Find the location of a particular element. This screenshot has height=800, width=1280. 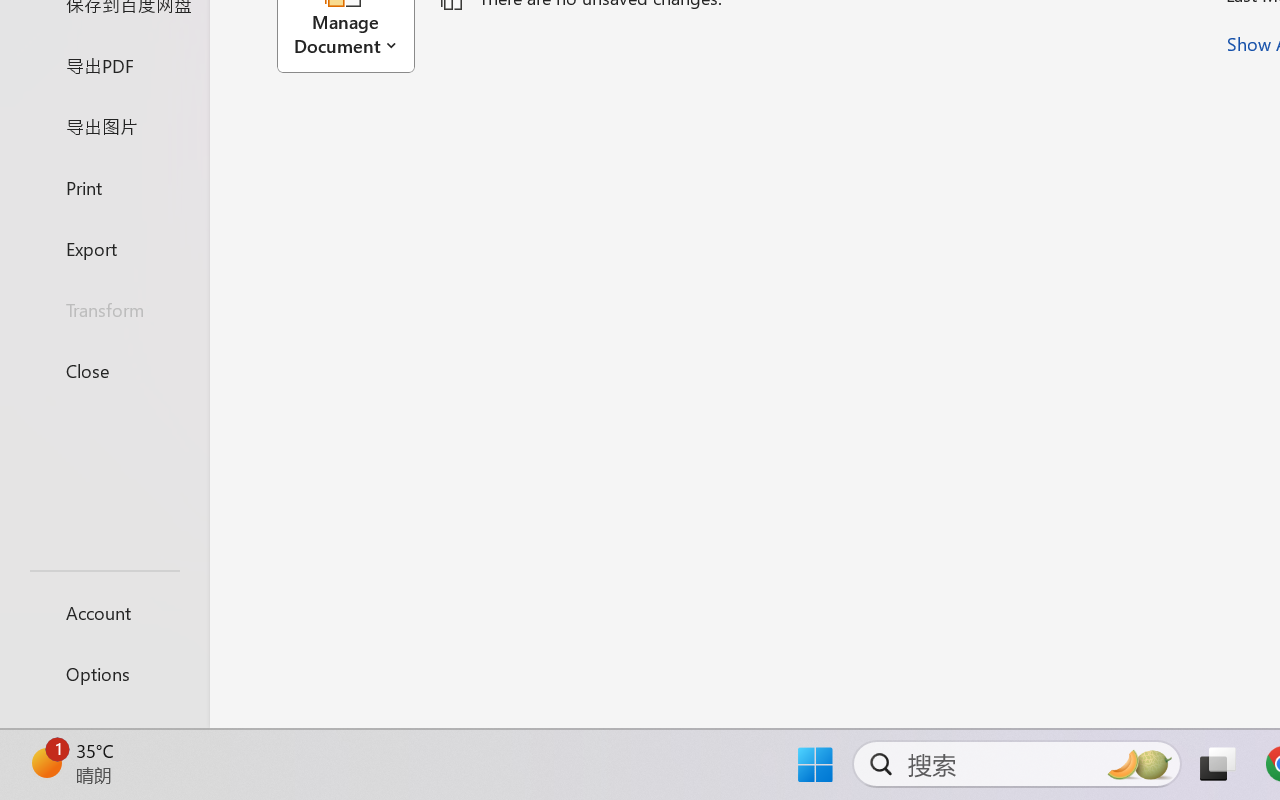

'Options' is located at coordinates (103, 673).